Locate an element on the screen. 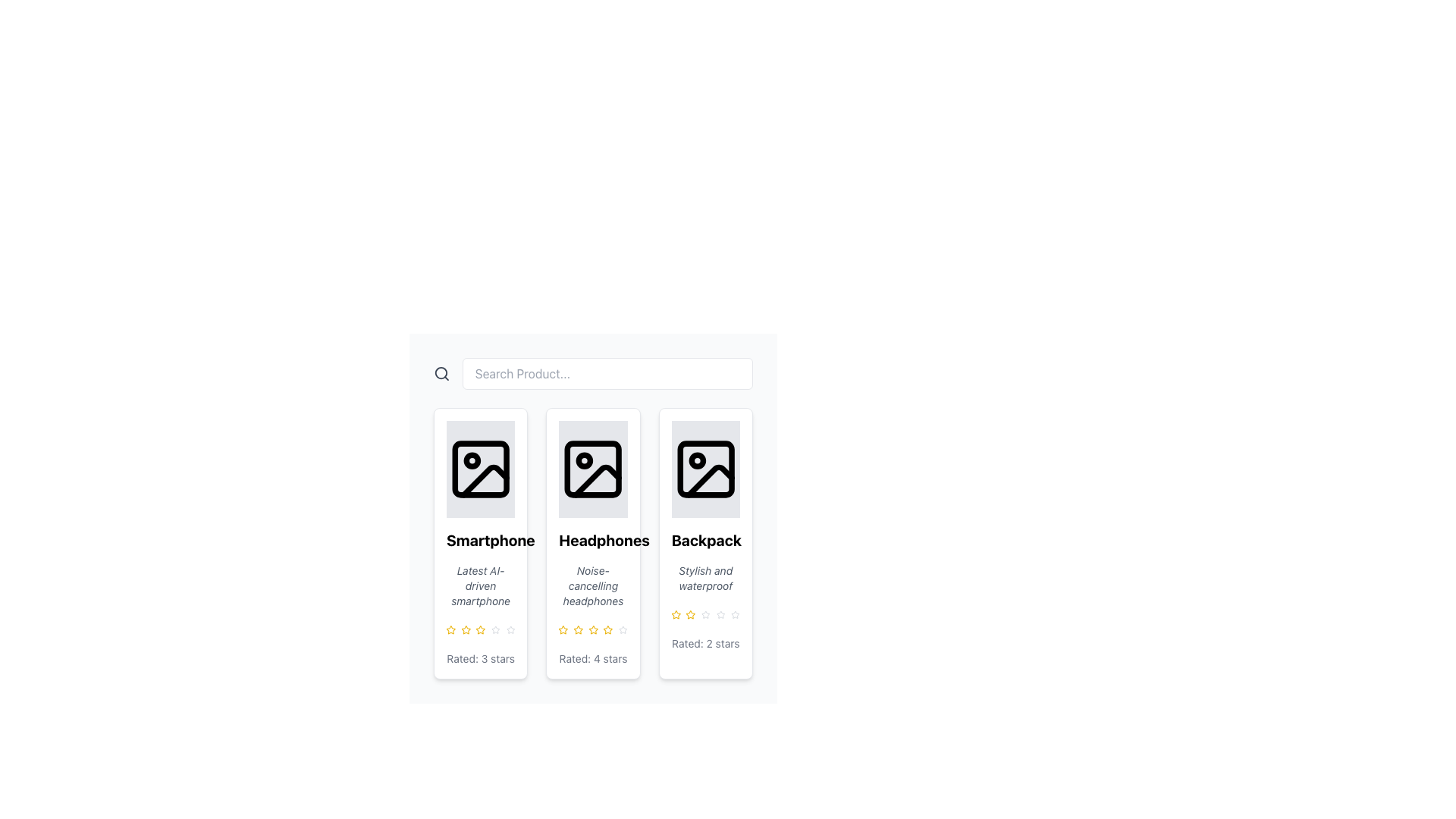  the text label that provides a description or tagline for the product displayed in the card, located beneath the title 'Smartphone' is located at coordinates (480, 585).